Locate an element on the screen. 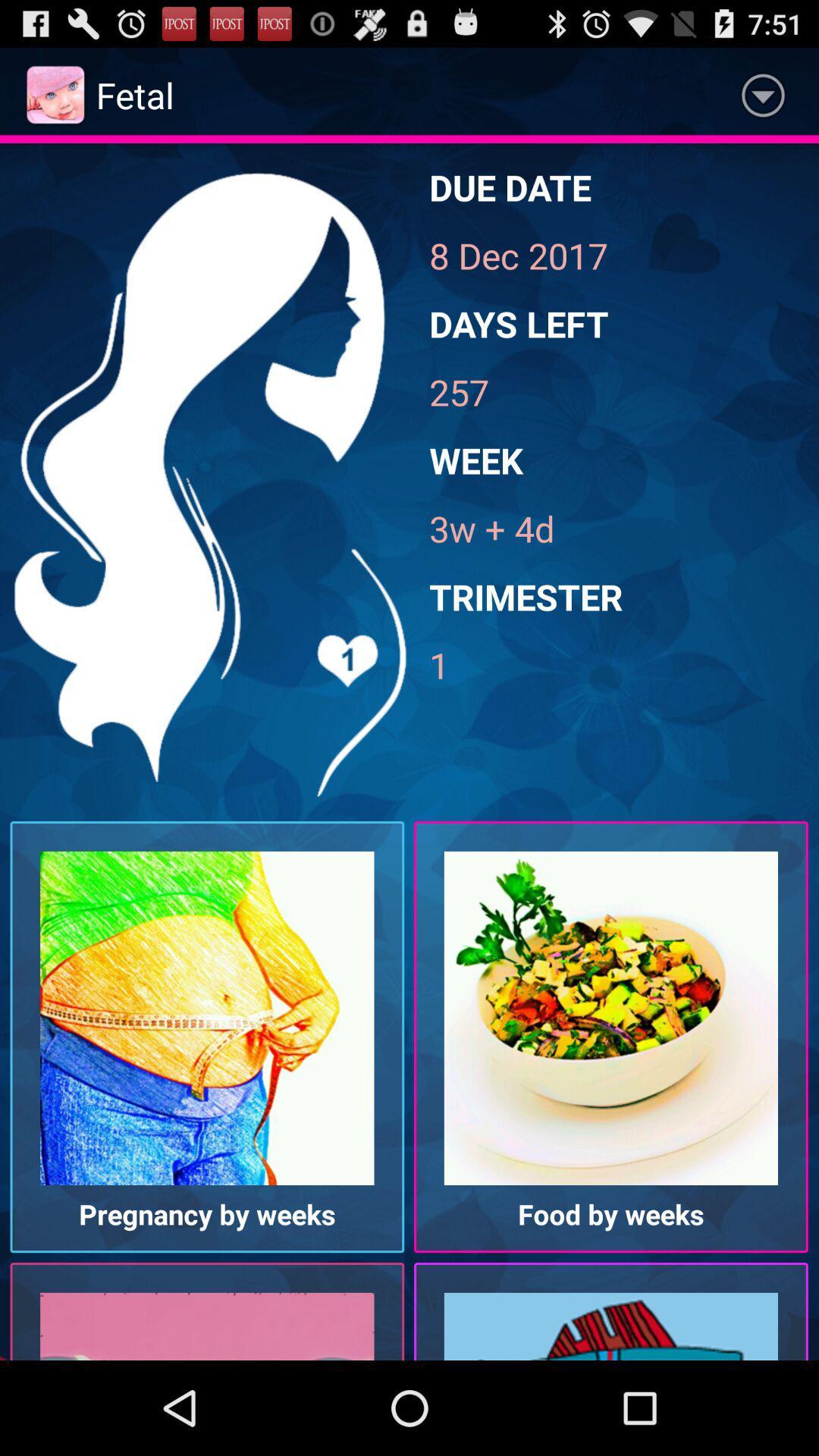 This screenshot has width=819, height=1456. item above due date item is located at coordinates (763, 94).